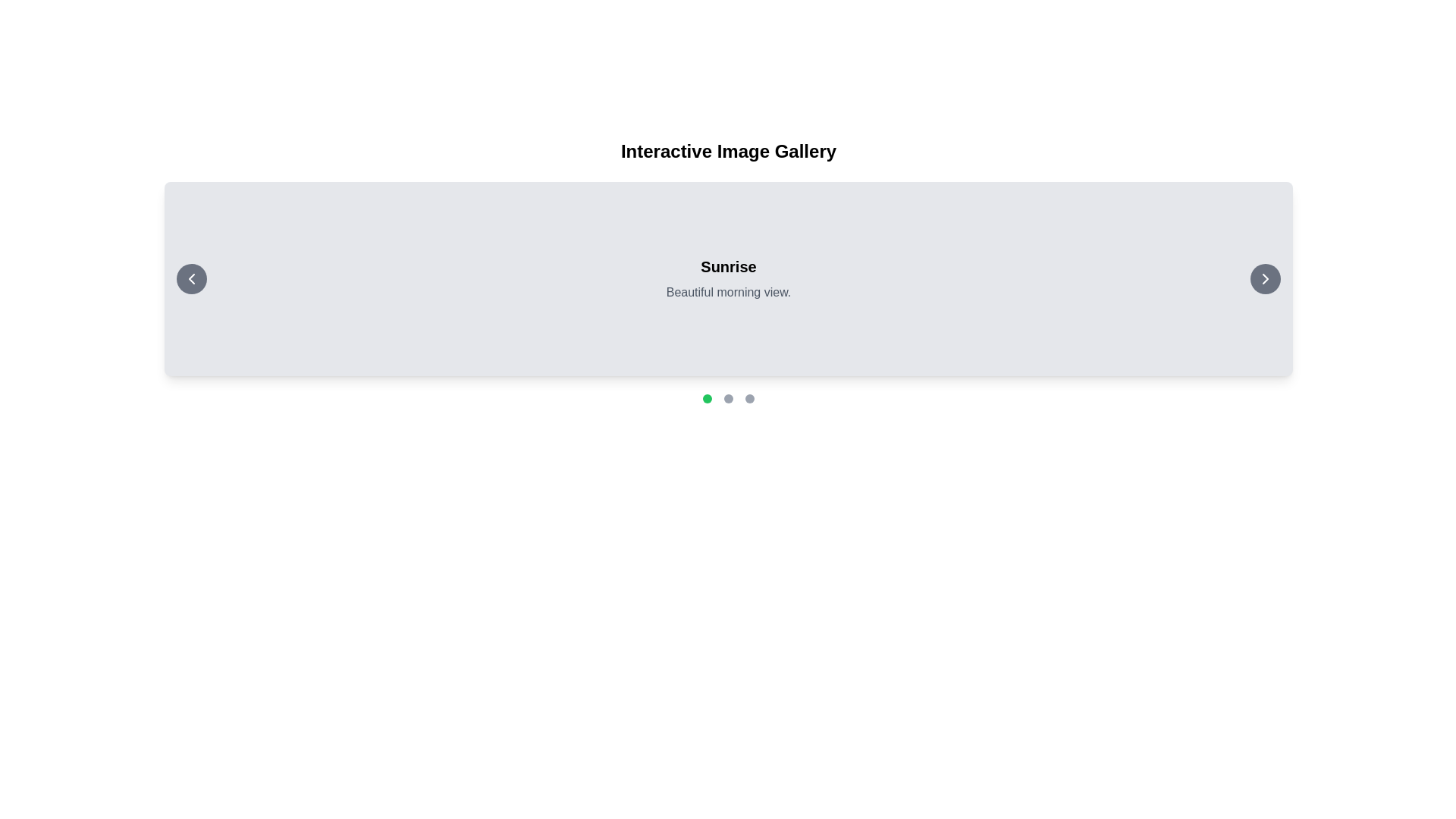 Image resolution: width=1456 pixels, height=819 pixels. Describe the element at coordinates (1266, 278) in the screenshot. I see `the button containing a rightward chevron icon` at that location.